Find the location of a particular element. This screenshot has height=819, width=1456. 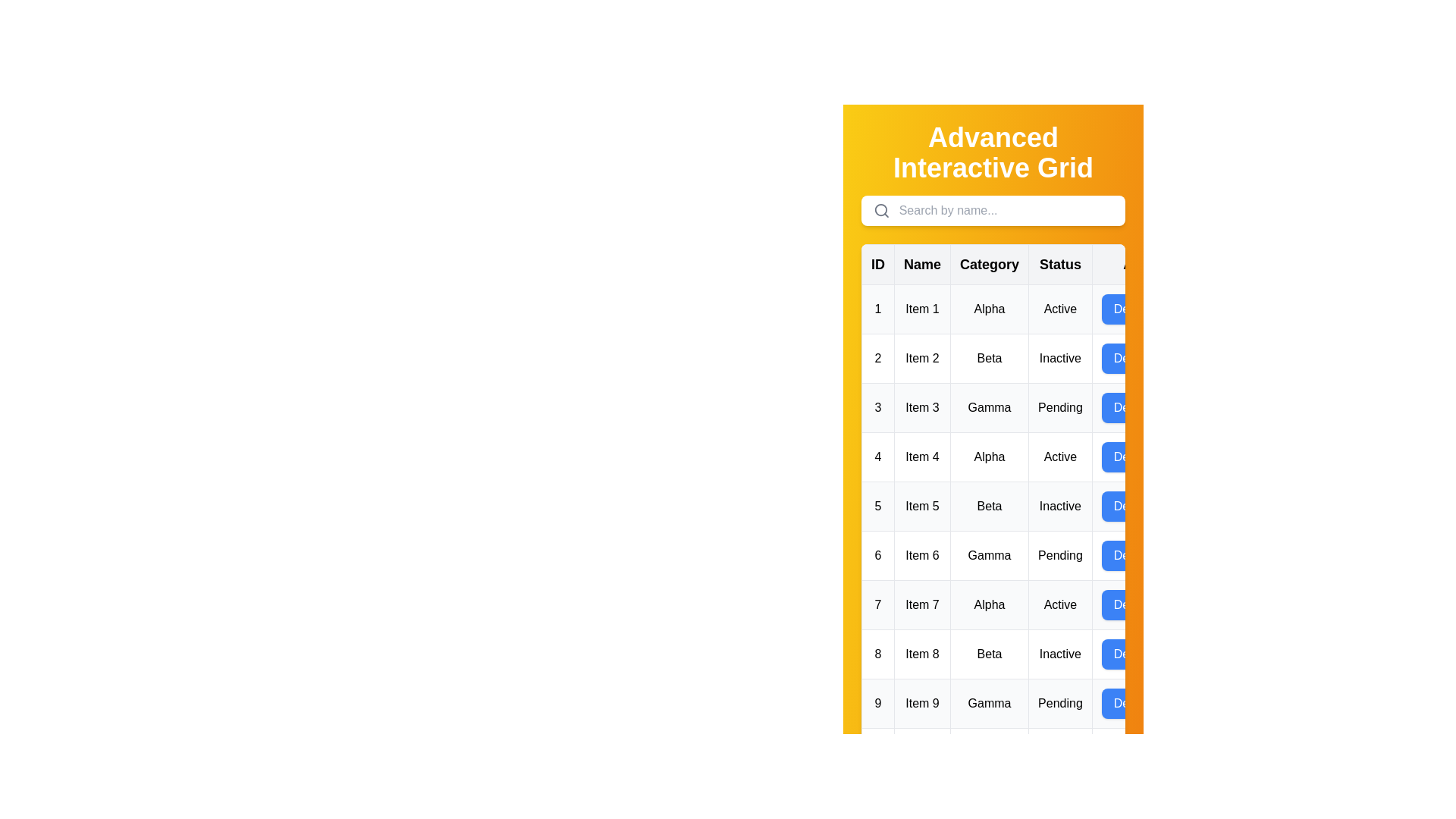

the column header Status to sort the data is located at coordinates (1059, 263).